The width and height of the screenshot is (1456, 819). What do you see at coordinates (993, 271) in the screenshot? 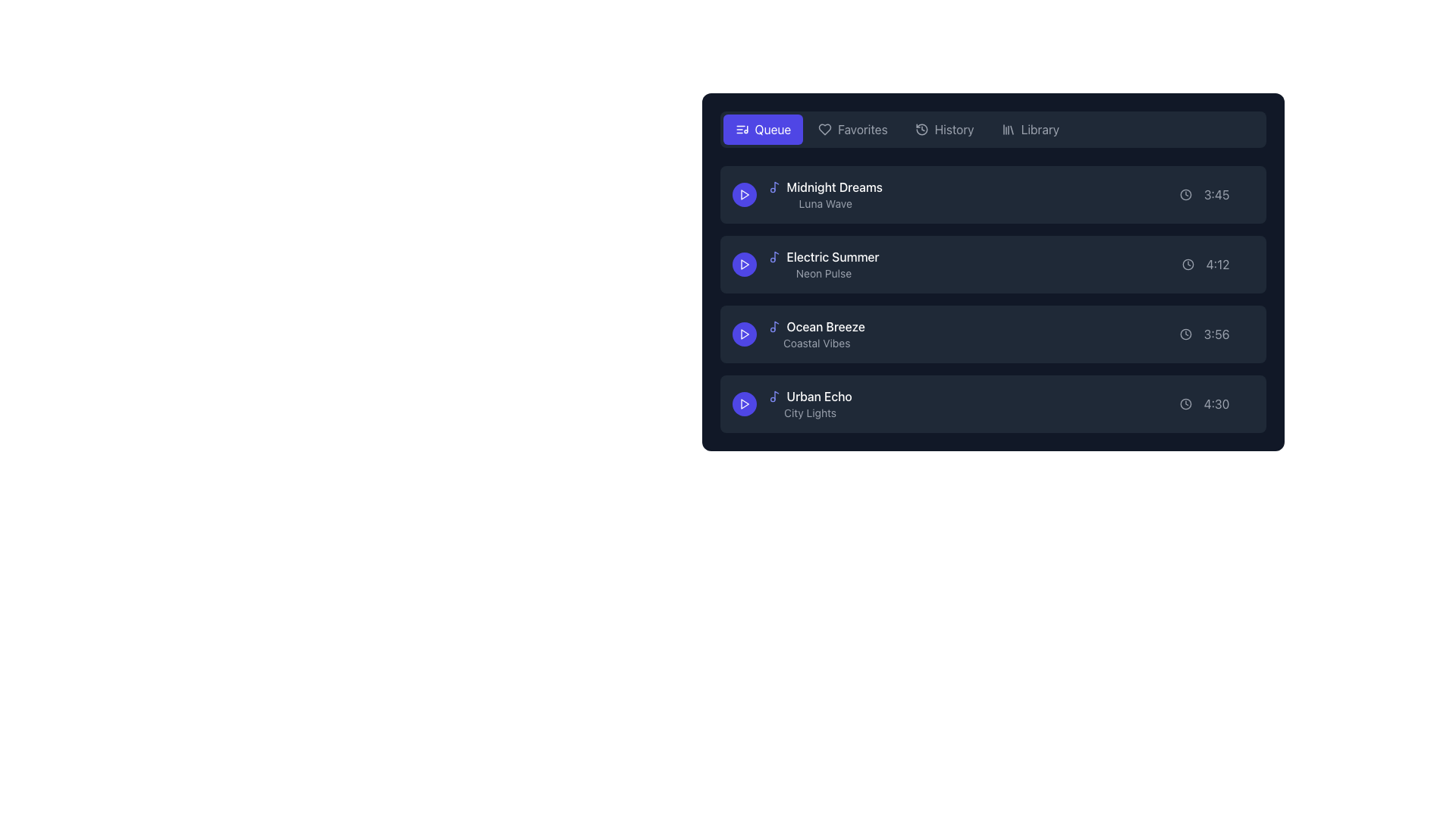
I see `the second list item in the media or playlist interface` at bounding box center [993, 271].